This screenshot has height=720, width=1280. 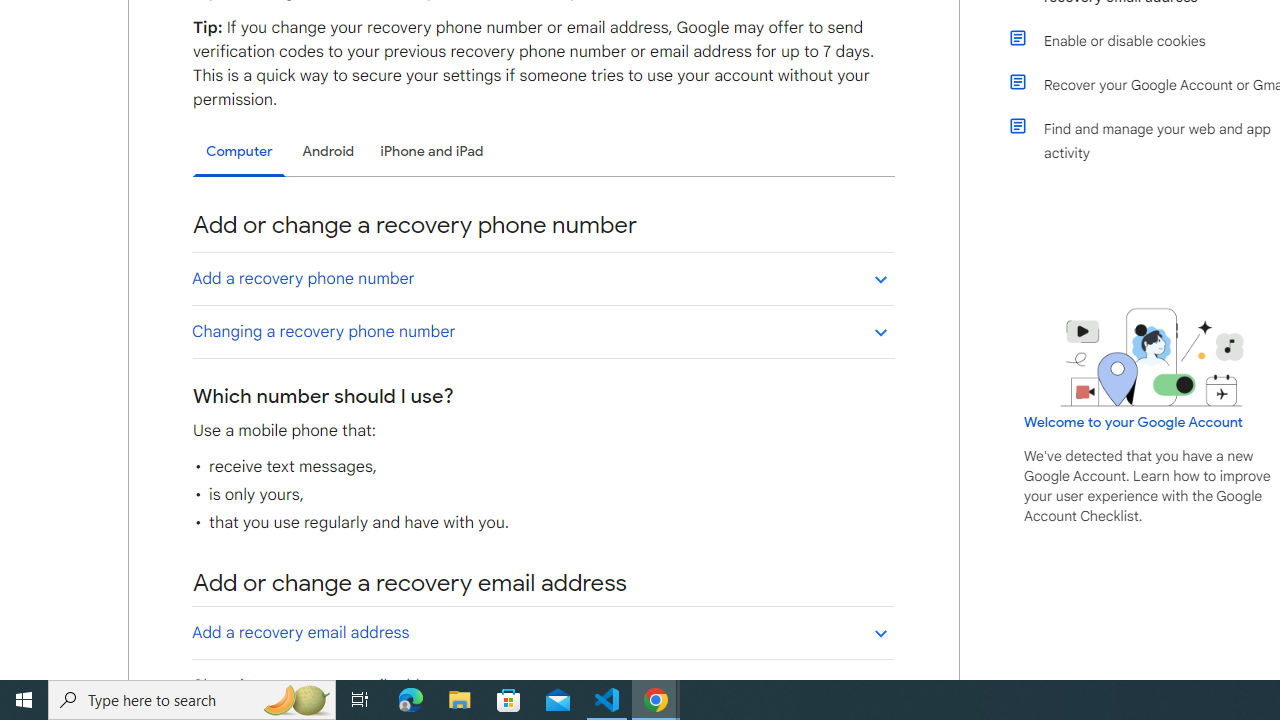 I want to click on 'Add a recovery email address', so click(x=542, y=632).